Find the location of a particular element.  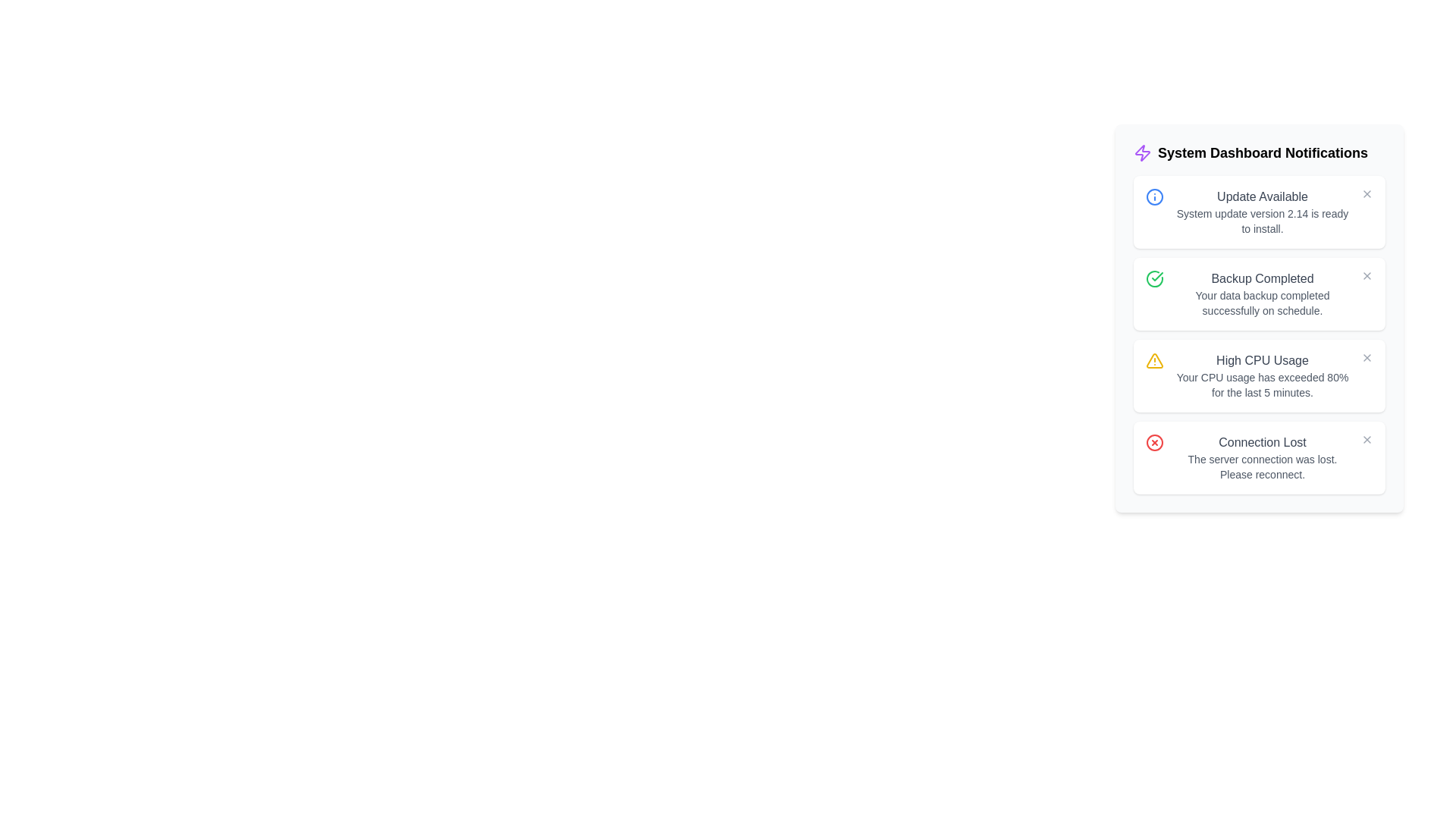

the central circular graphical component with a blue border and white fill, located within the blue information icon at the top-left of the 'Update Available' notification is located at coordinates (1153, 196).